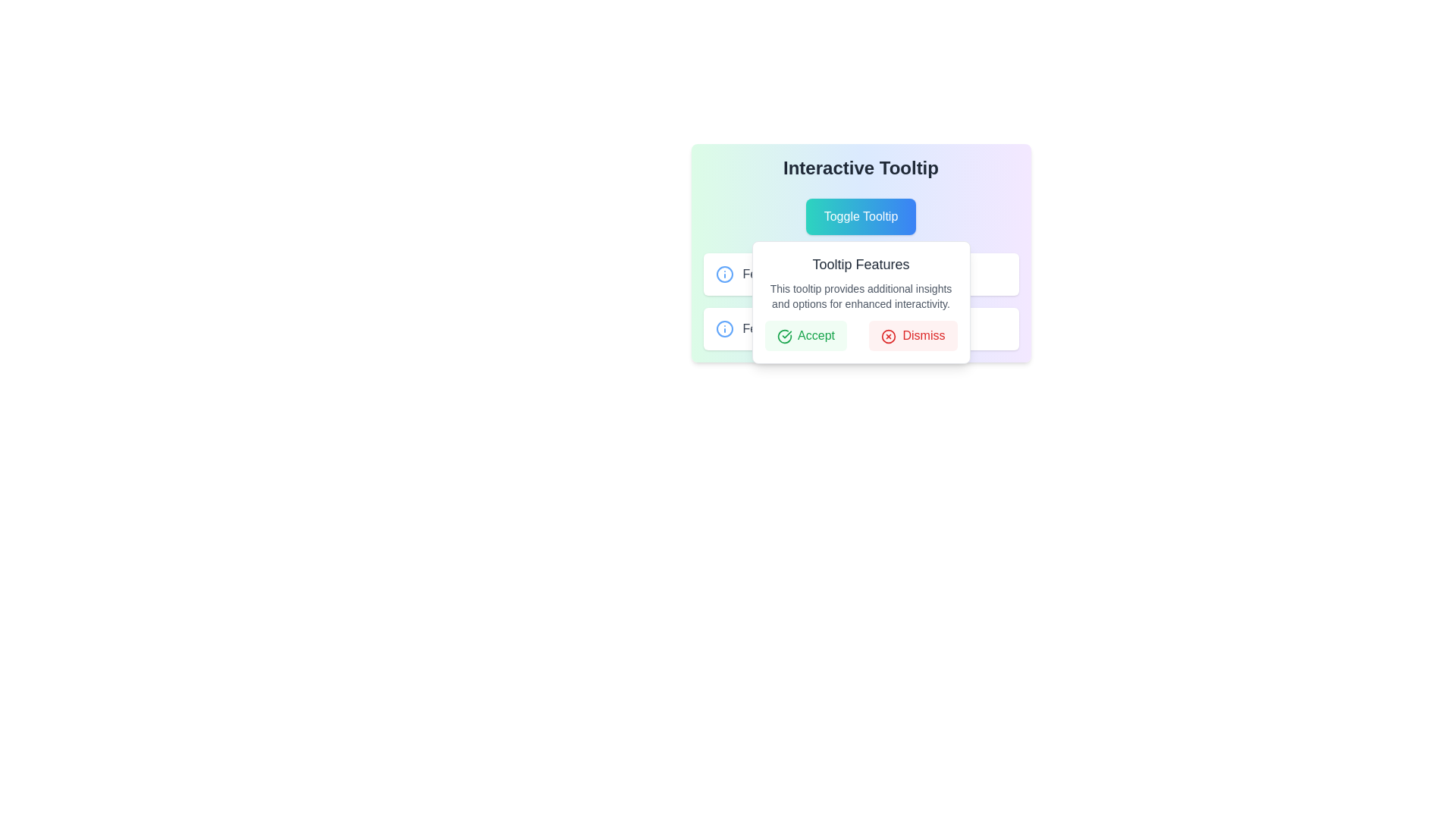 Image resolution: width=1456 pixels, height=819 pixels. I want to click on the circular part of the informational icon characterized by a thin blue stroke and a white fill to gather context, so click(723, 328).